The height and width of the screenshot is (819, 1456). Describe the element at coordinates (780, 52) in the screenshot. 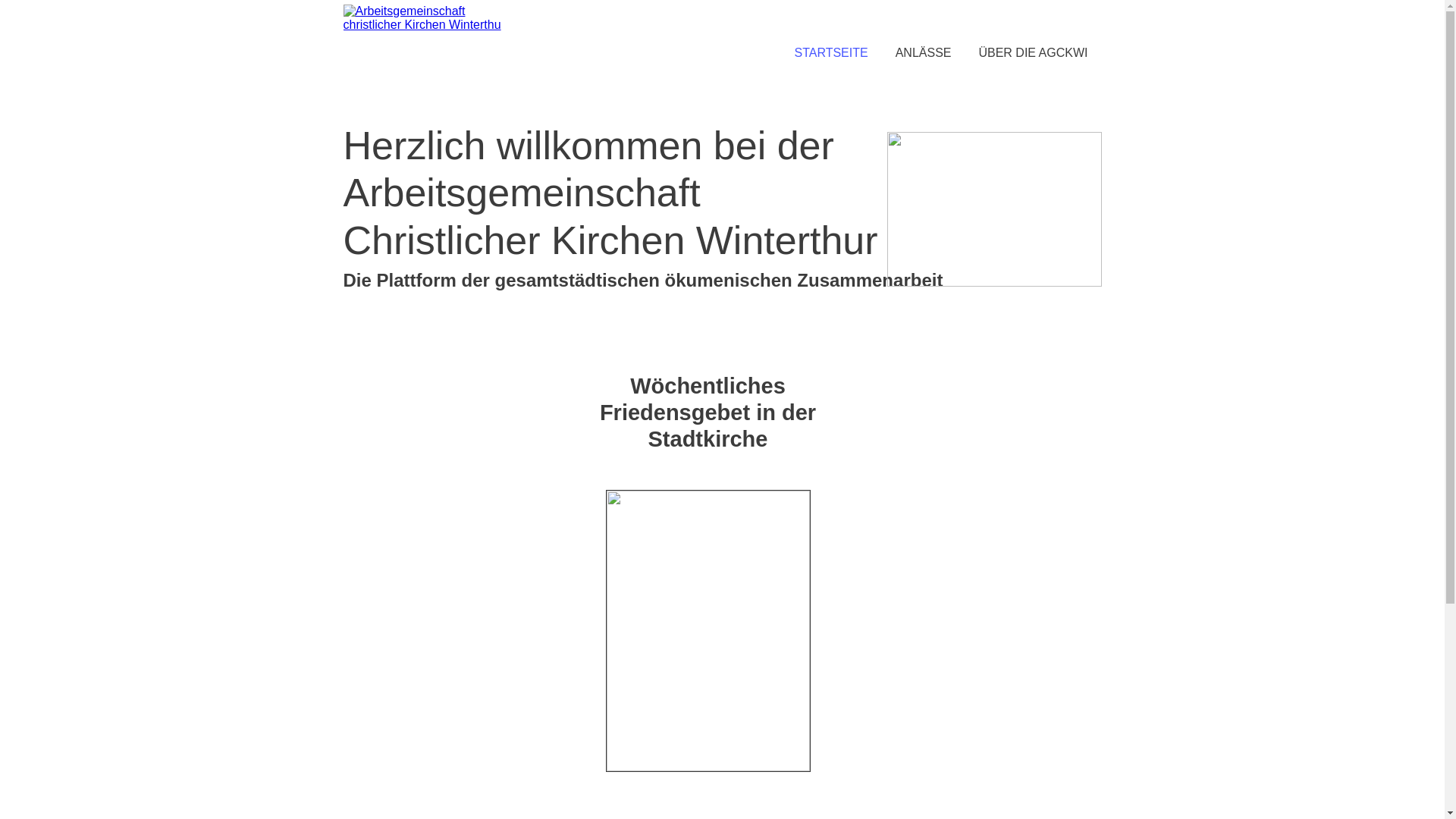

I see `'STARTSEITE'` at that location.